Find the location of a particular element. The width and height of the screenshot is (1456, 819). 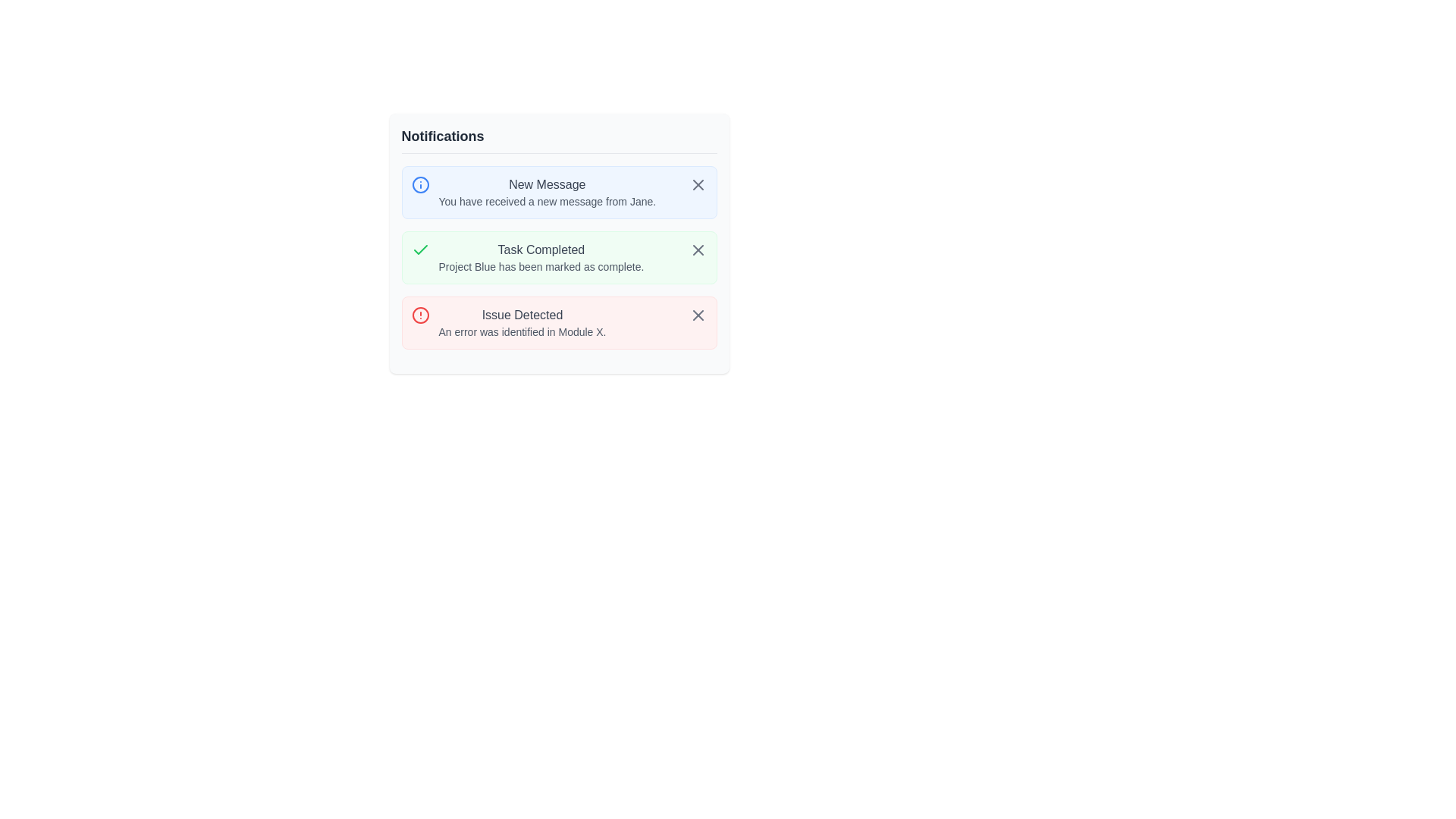

the close button for the 'Task Completed' notification is located at coordinates (697, 249).